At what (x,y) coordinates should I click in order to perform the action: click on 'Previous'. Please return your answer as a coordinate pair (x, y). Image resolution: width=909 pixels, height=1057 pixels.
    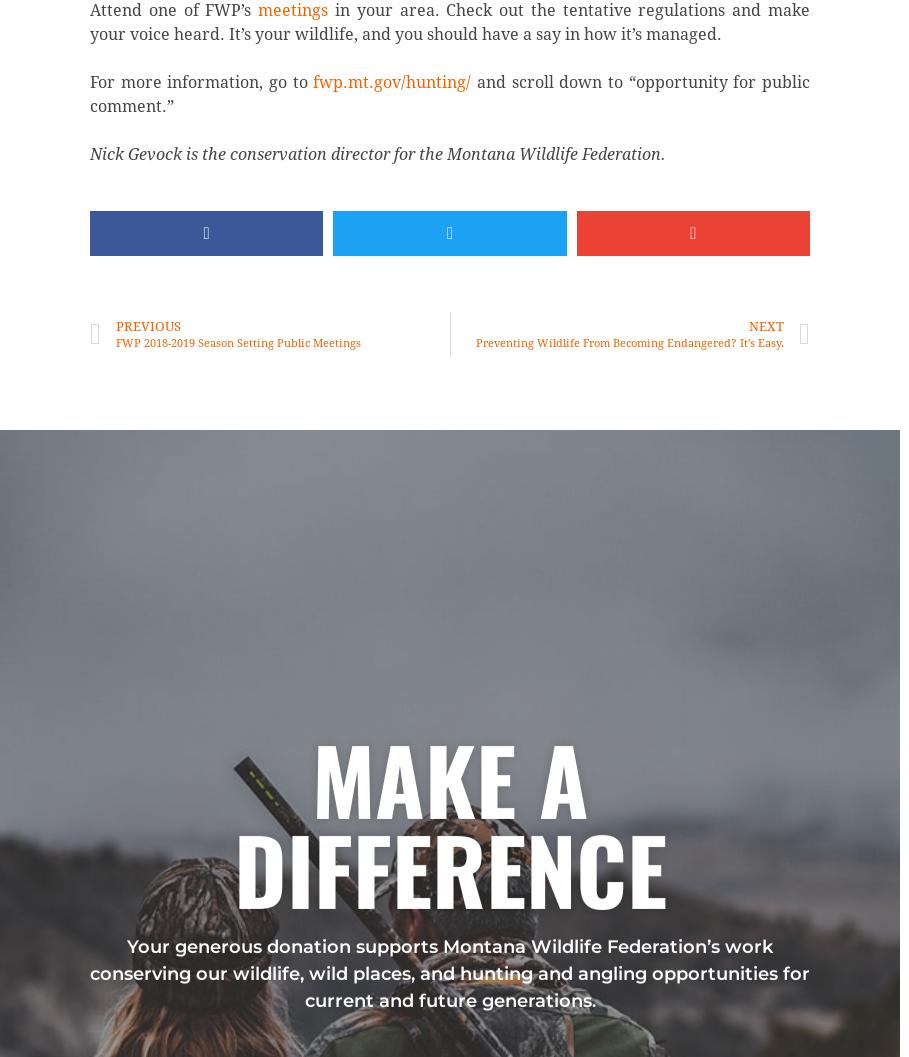
    Looking at the image, I should click on (146, 325).